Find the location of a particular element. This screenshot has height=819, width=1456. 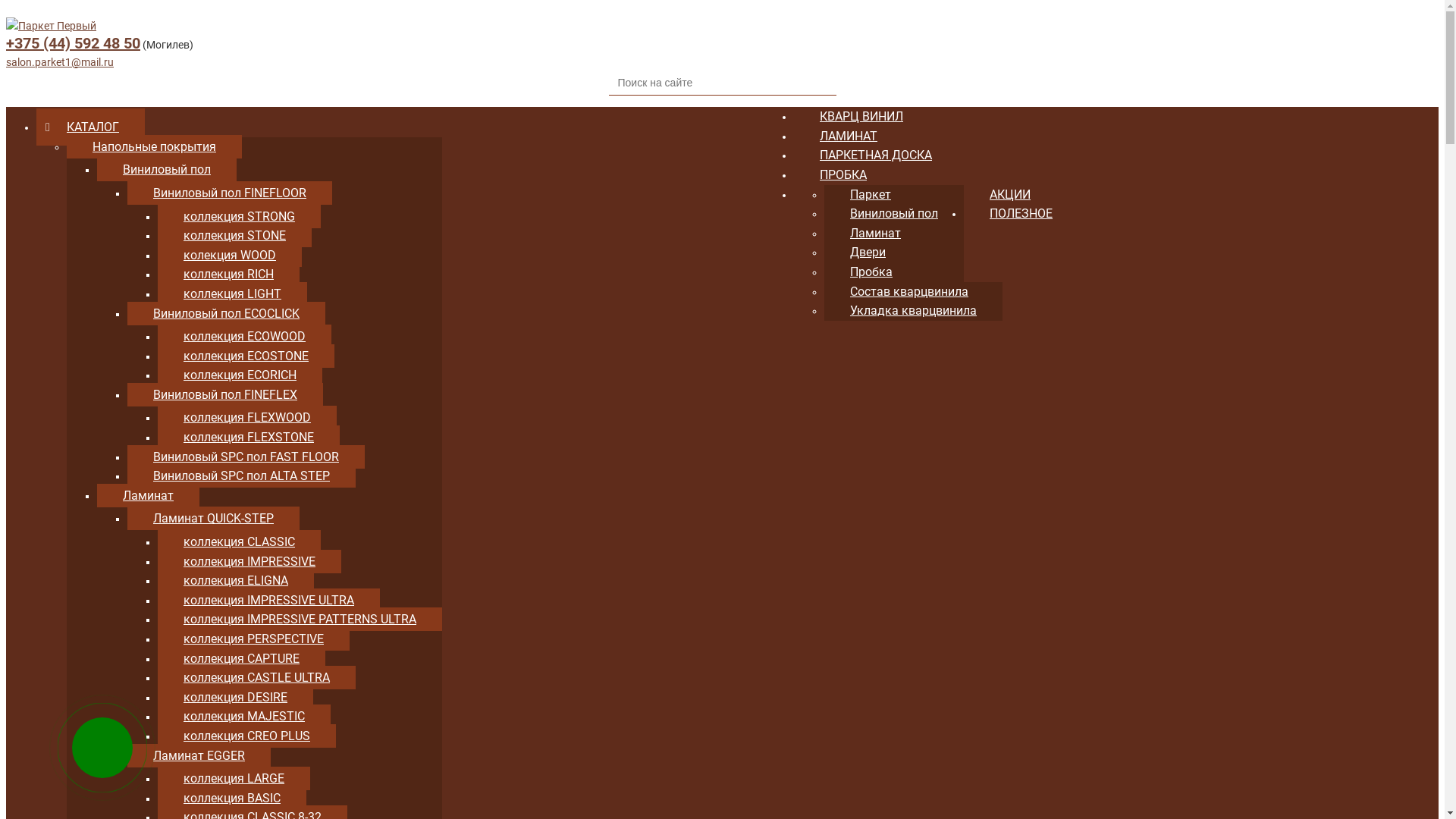

'salon.parket1@mail.ru' is located at coordinates (59, 61).